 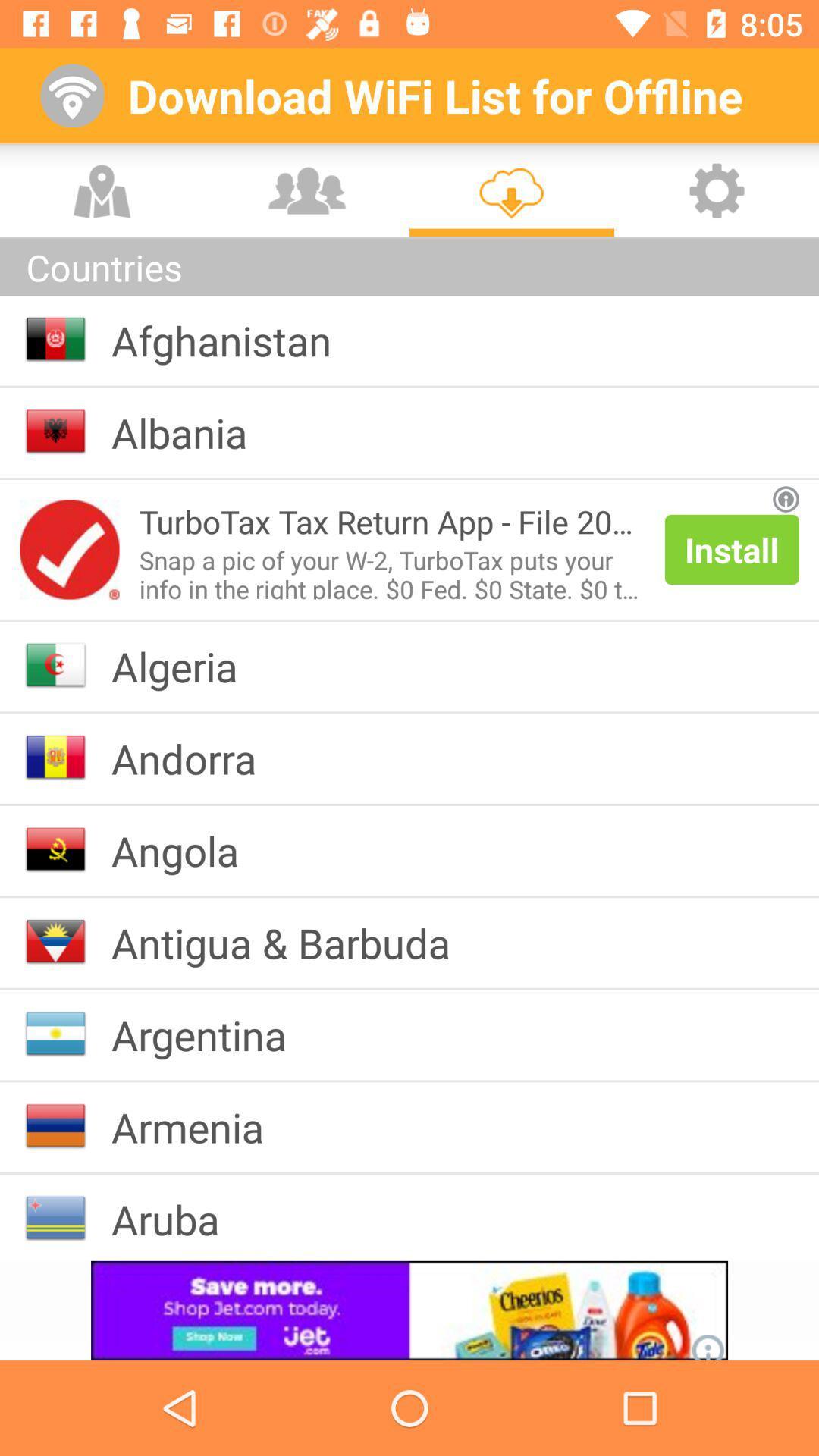 I want to click on open advertisement, so click(x=69, y=548).